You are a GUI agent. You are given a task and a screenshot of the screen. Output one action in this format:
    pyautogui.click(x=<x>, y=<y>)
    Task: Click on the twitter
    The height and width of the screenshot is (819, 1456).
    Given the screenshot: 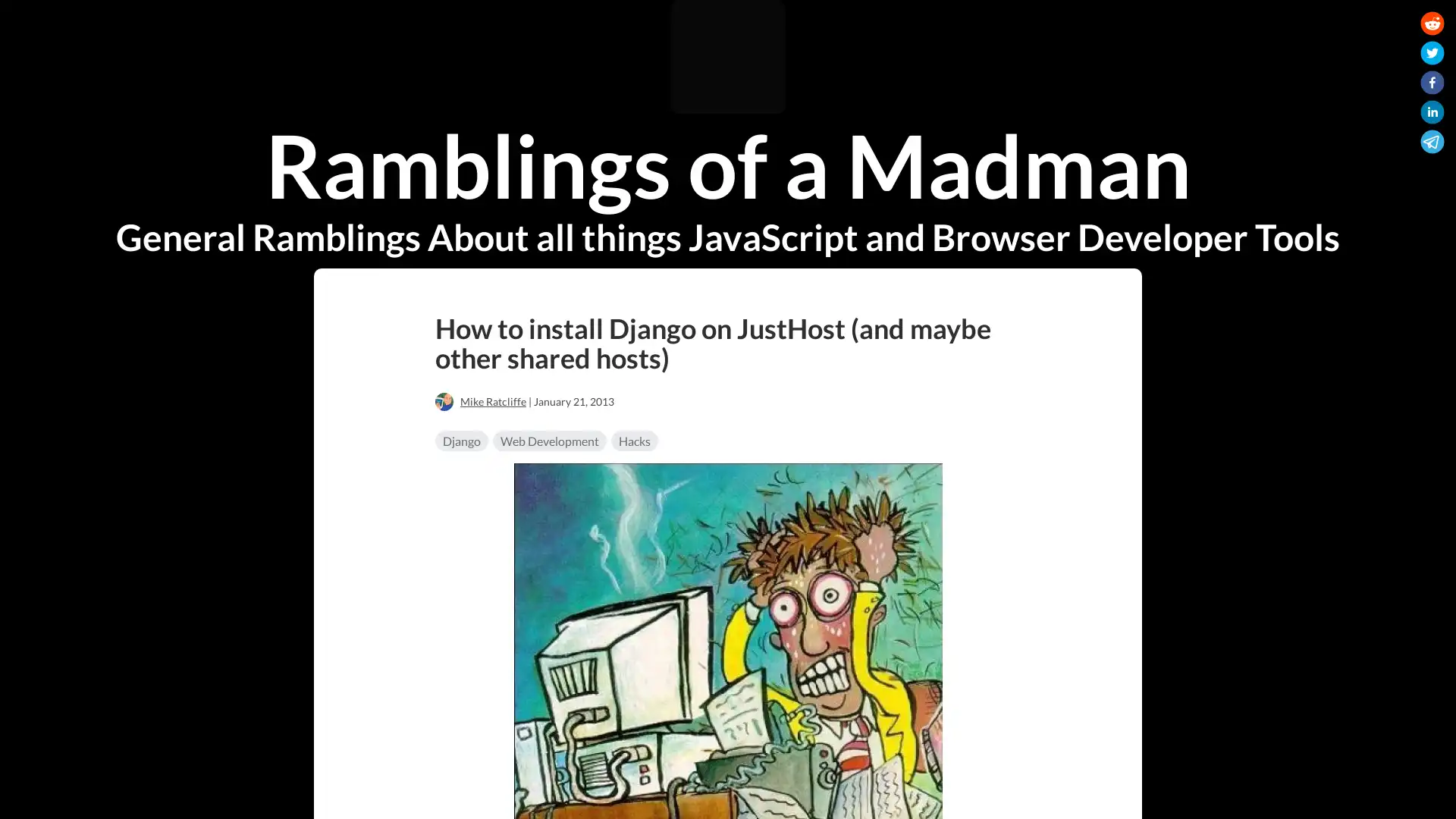 What is the action you would take?
    pyautogui.click(x=1432, y=55)
    